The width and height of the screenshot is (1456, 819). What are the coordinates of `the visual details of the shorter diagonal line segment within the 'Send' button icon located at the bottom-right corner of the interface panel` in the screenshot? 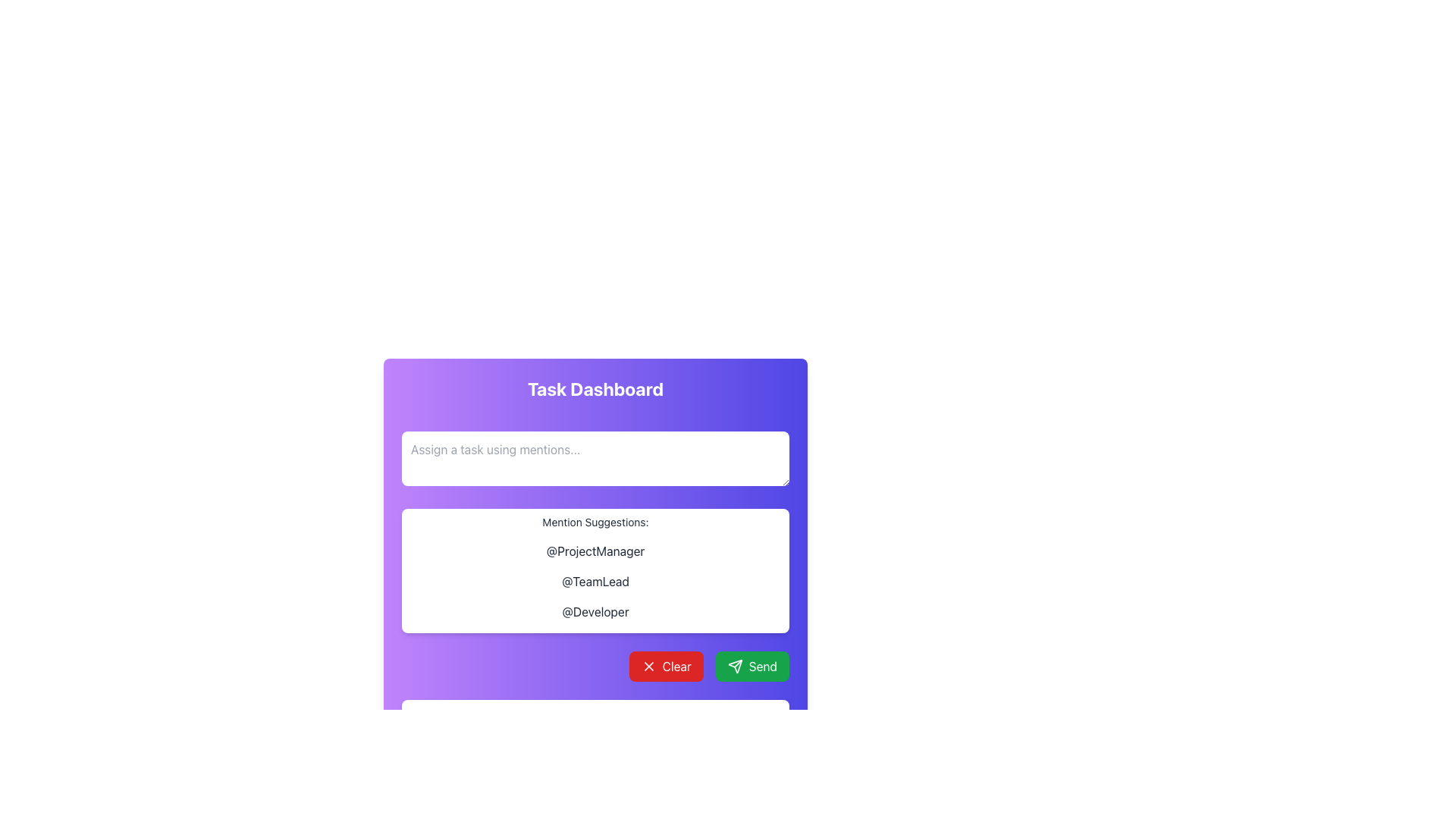 It's located at (738, 663).